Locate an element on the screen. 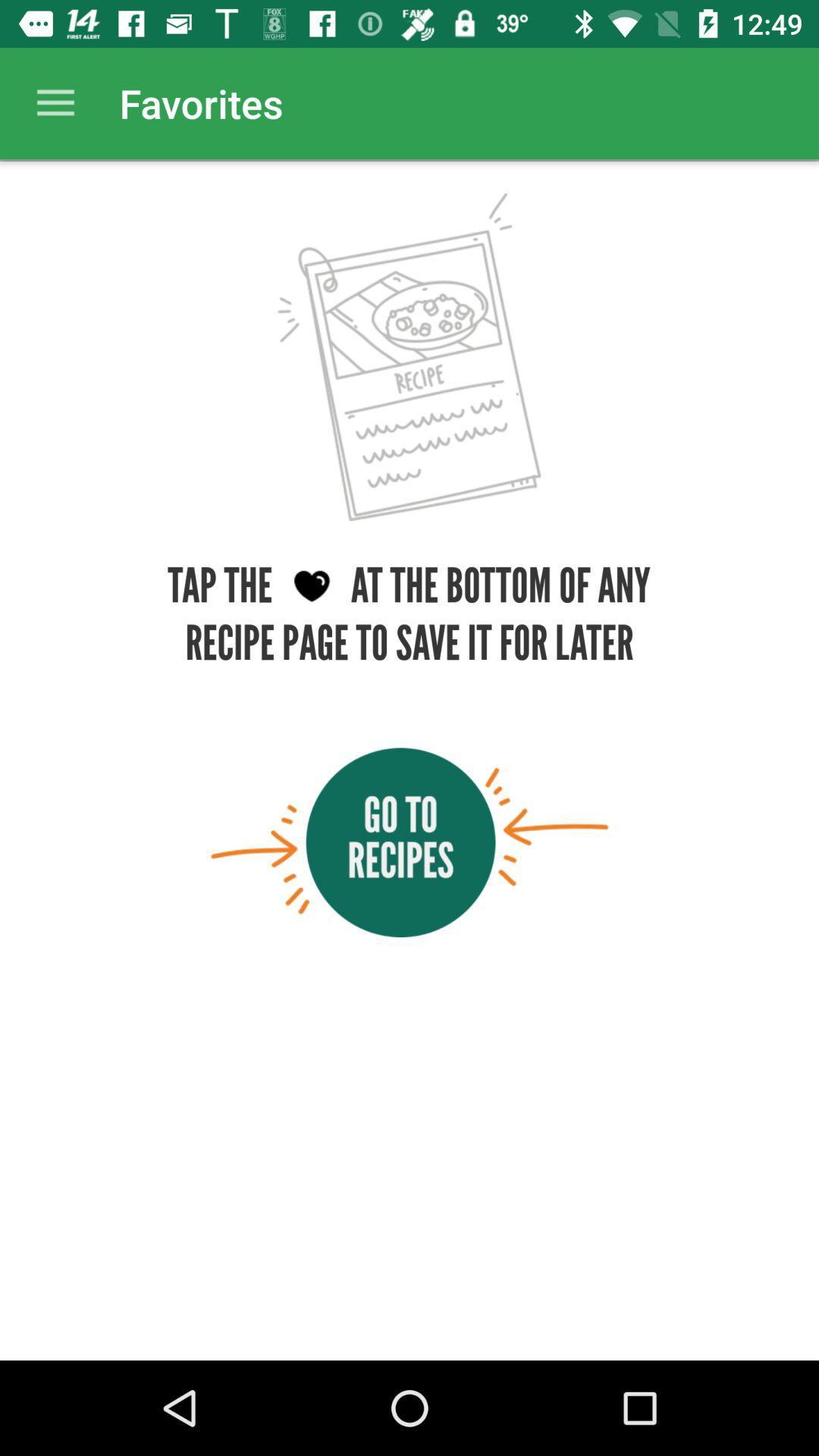 The width and height of the screenshot is (819, 1456). item next to the favorites app is located at coordinates (55, 102).